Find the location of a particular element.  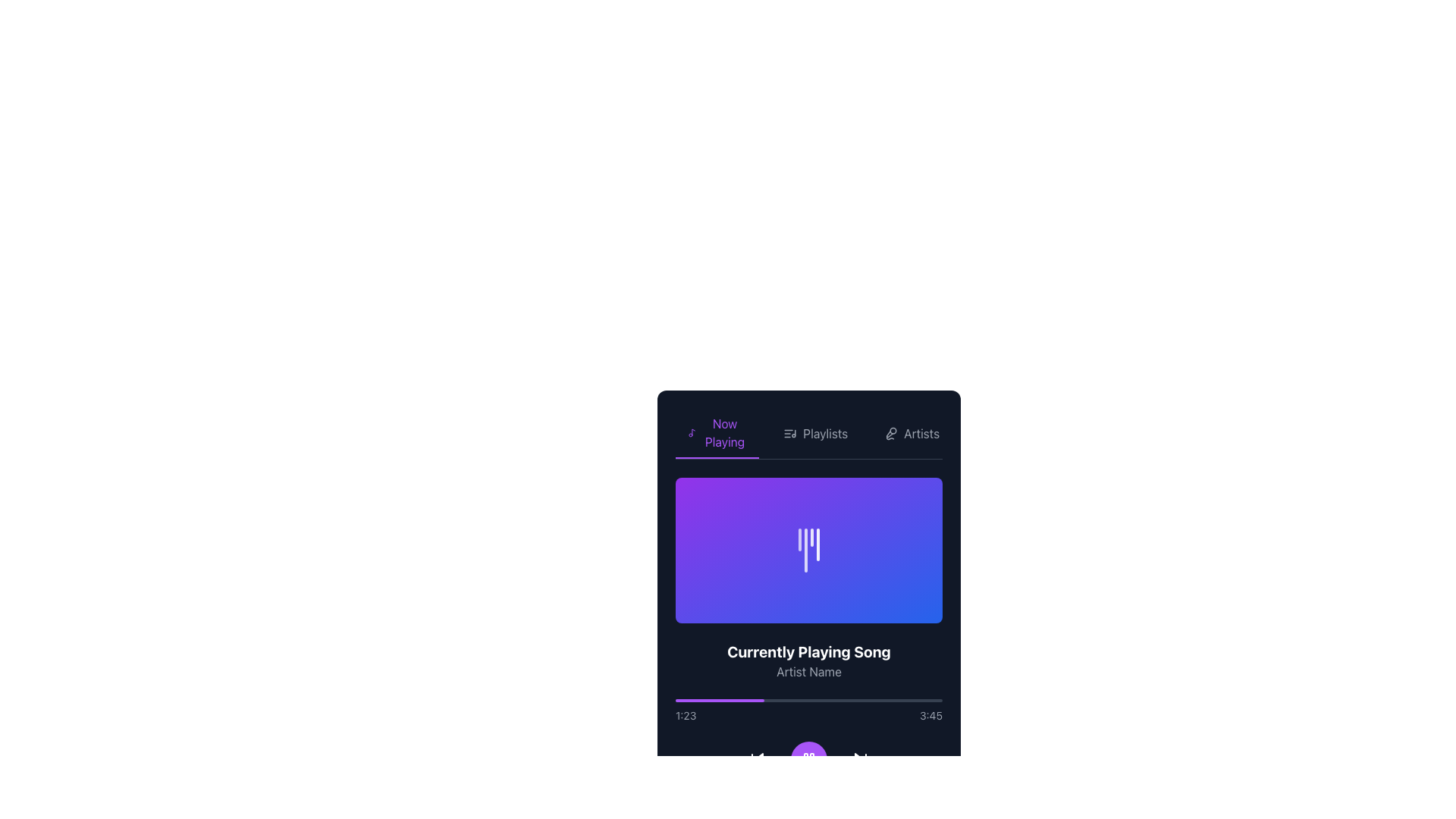

the third bar in a horizontal arrangement of four bars, which serves as a visual indicator for user feedback is located at coordinates (811, 536).